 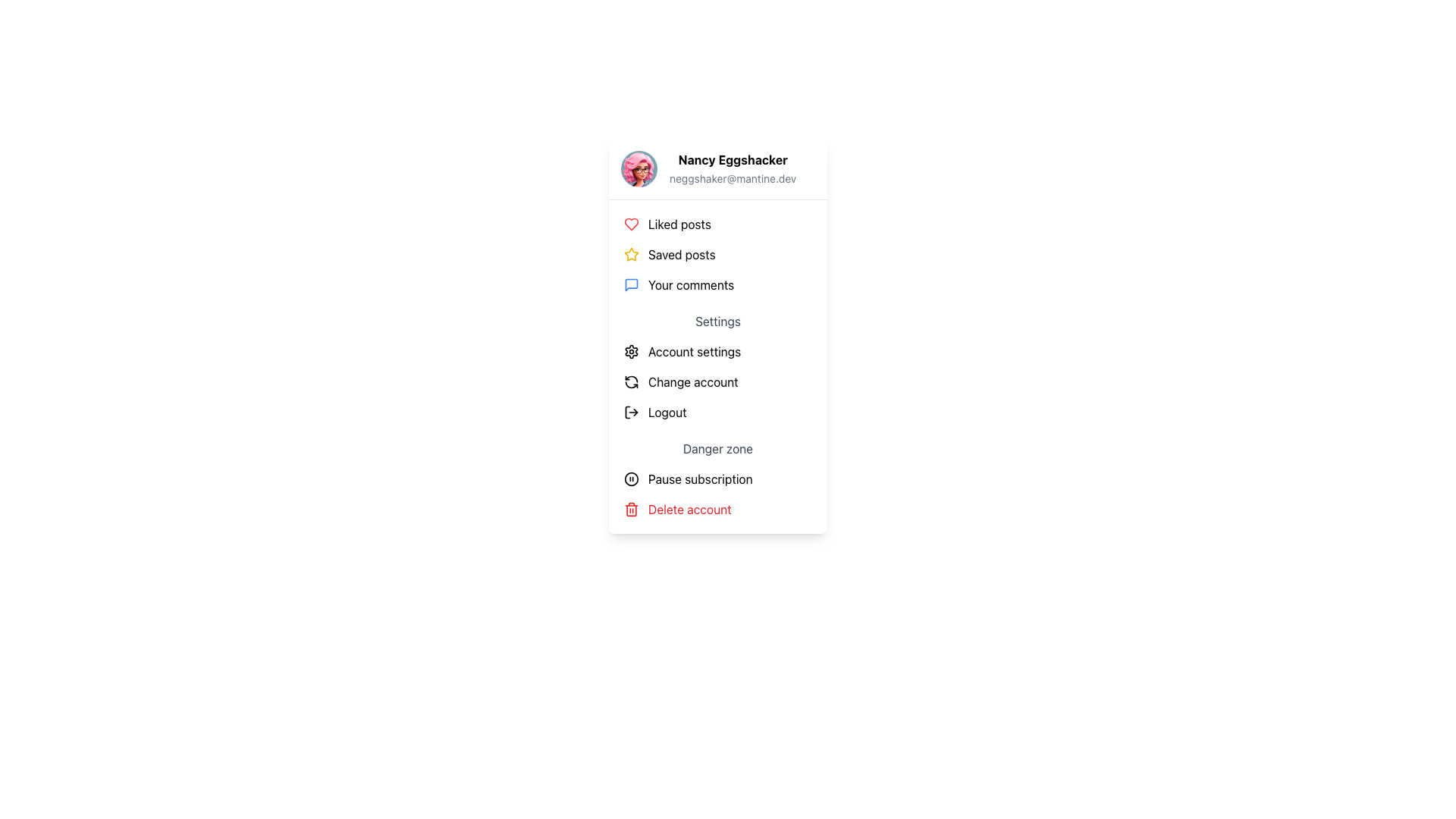 What do you see at coordinates (639, 169) in the screenshot?
I see `the user profile image (Avatar) representing Nancy Eggshacker, located on the left side above the user's name and email` at bounding box center [639, 169].